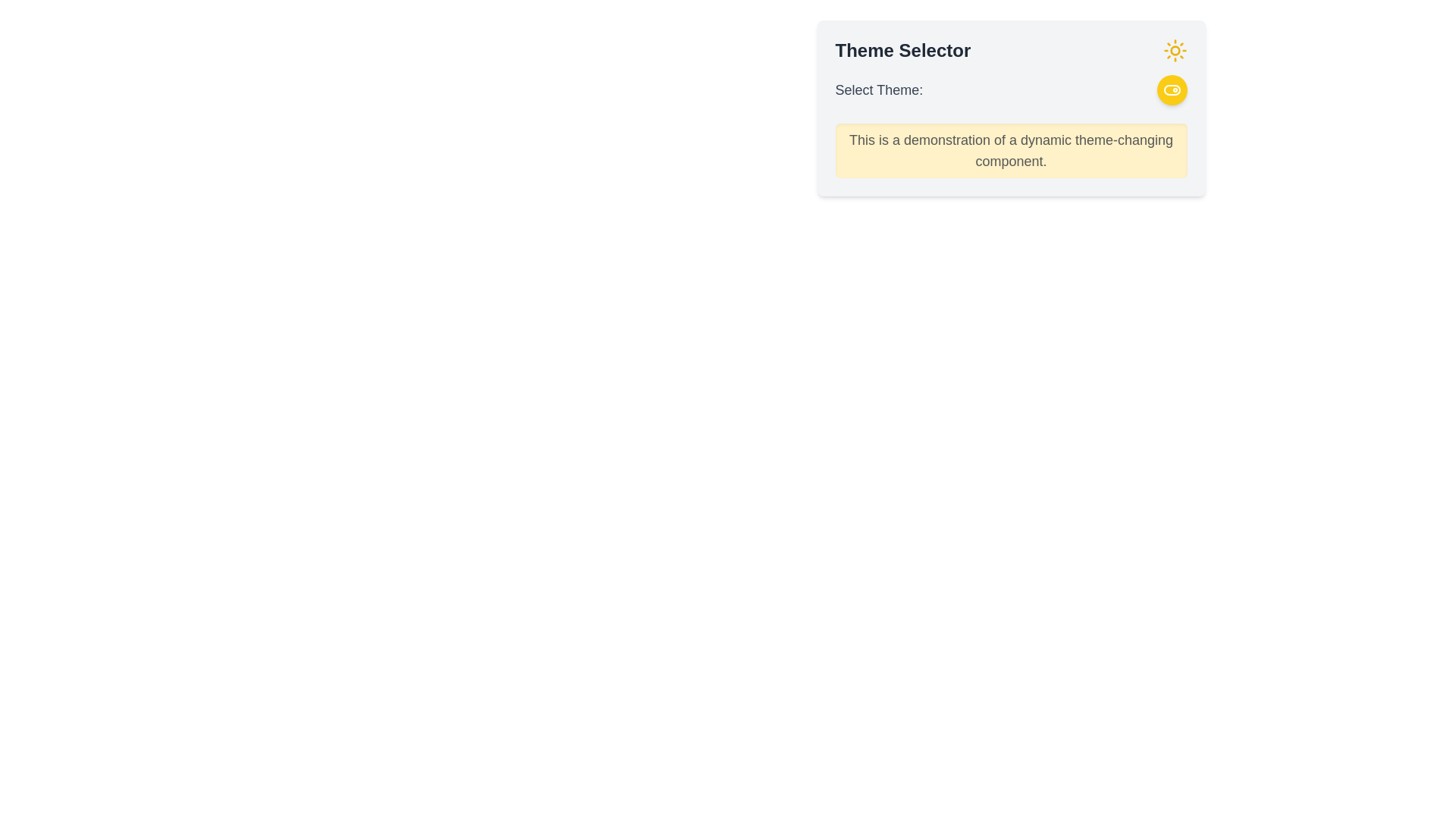 The image size is (1456, 819). What do you see at coordinates (1171, 90) in the screenshot?
I see `the toggle switch located in the top-right corner of the 'Theme Selector' card` at bounding box center [1171, 90].